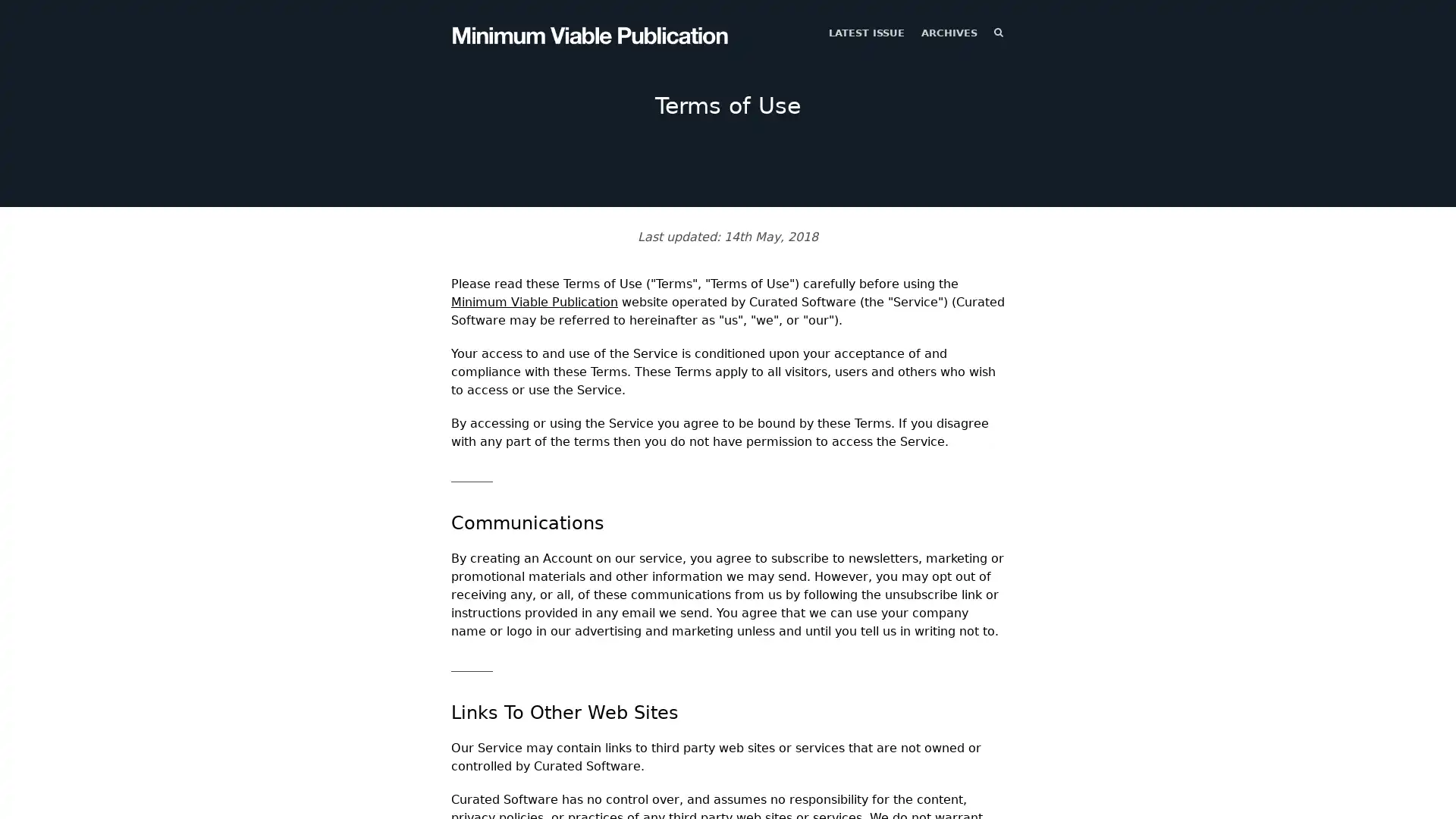 Image resolution: width=1456 pixels, height=819 pixels. Describe the element at coordinates (966, 32) in the screenshot. I see `SEARCH` at that location.